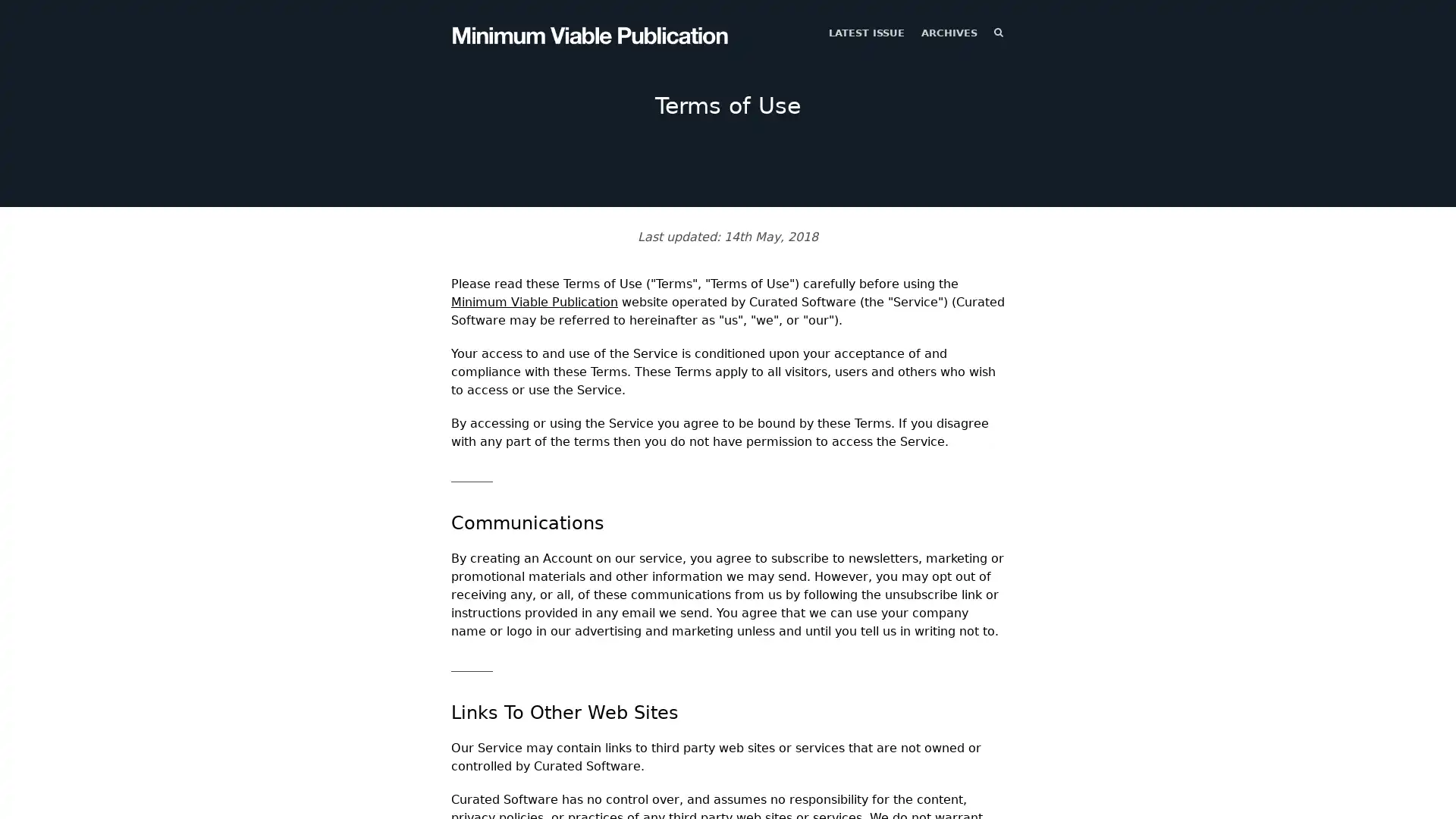 Image resolution: width=1456 pixels, height=819 pixels. Describe the element at coordinates (966, 32) in the screenshot. I see `SEARCH` at that location.